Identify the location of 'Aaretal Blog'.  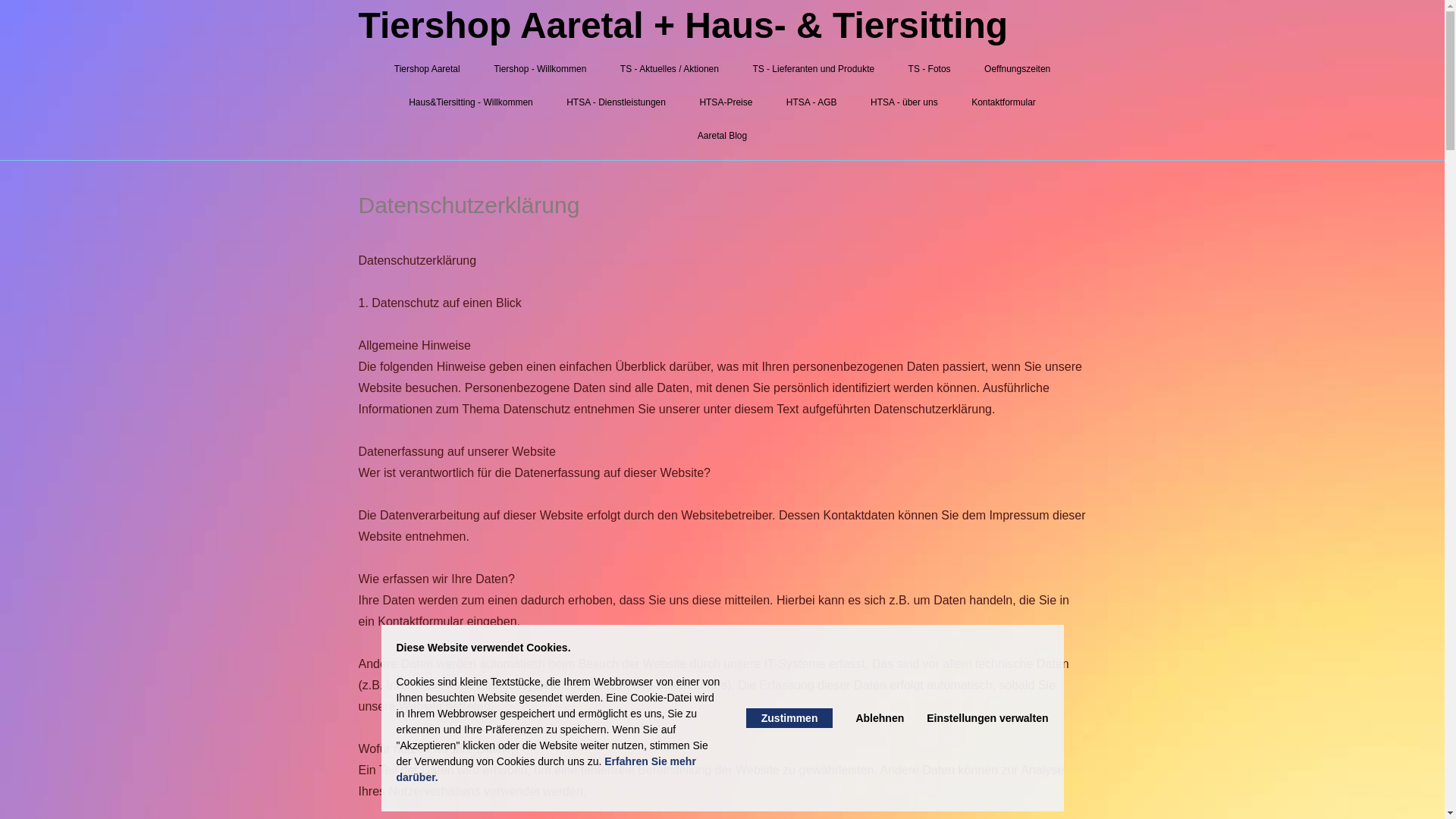
(721, 134).